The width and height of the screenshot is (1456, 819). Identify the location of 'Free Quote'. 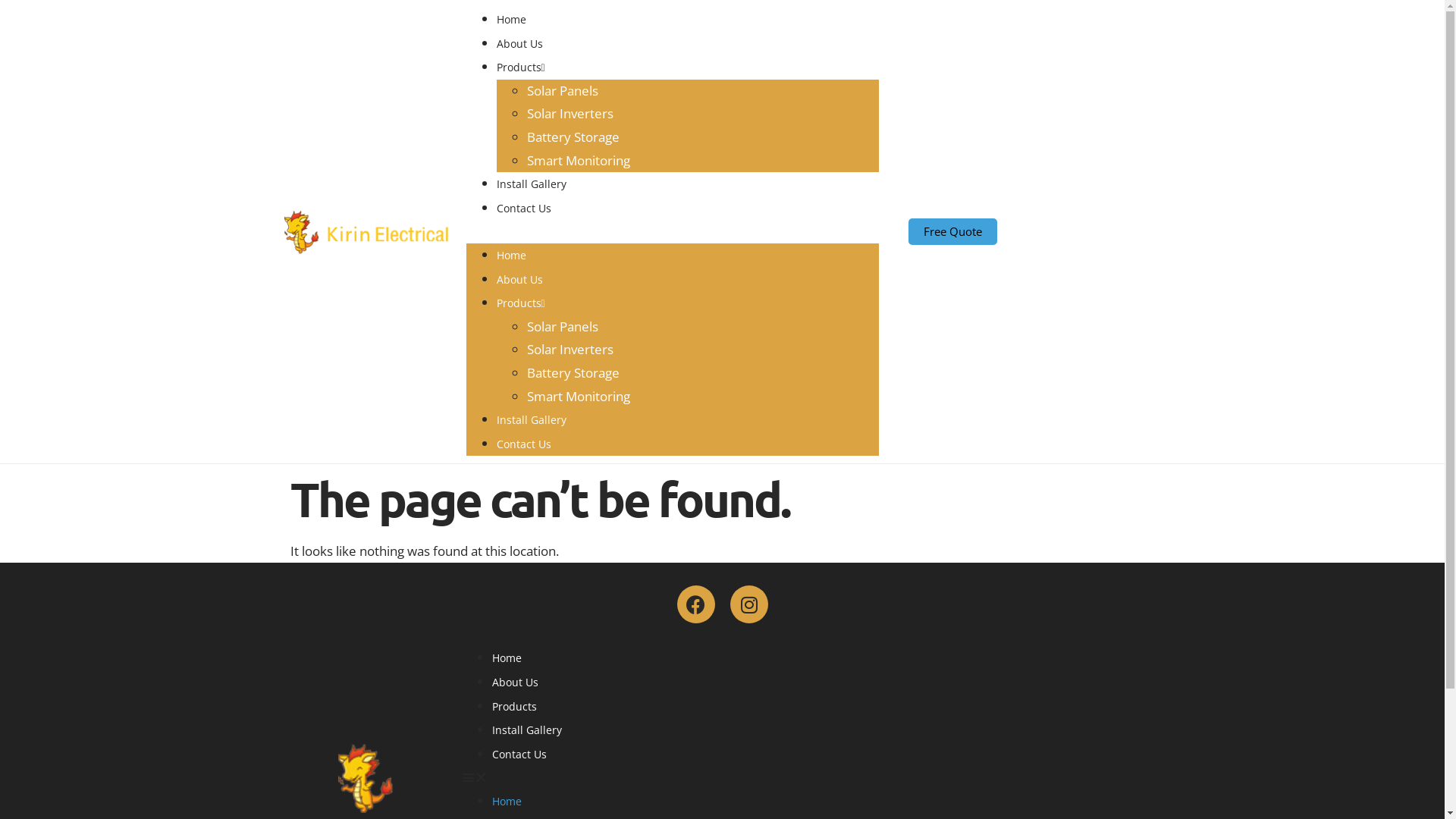
(952, 231).